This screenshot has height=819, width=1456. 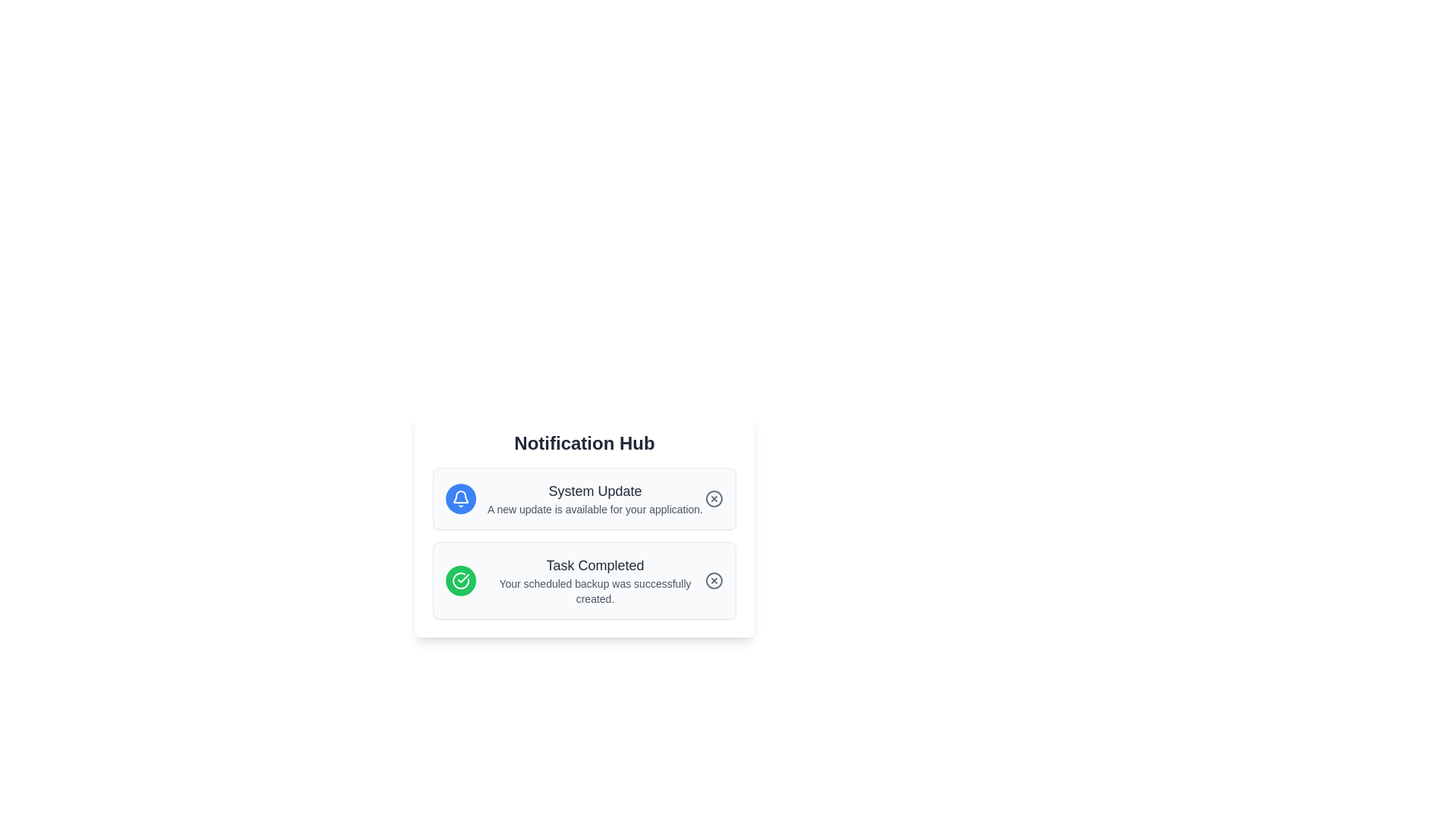 What do you see at coordinates (595, 565) in the screenshot?
I see `the text label displaying 'Task Completed', which is a medium-sized, bold, dark gray text on a white background, located centrally in the lower notification card` at bounding box center [595, 565].